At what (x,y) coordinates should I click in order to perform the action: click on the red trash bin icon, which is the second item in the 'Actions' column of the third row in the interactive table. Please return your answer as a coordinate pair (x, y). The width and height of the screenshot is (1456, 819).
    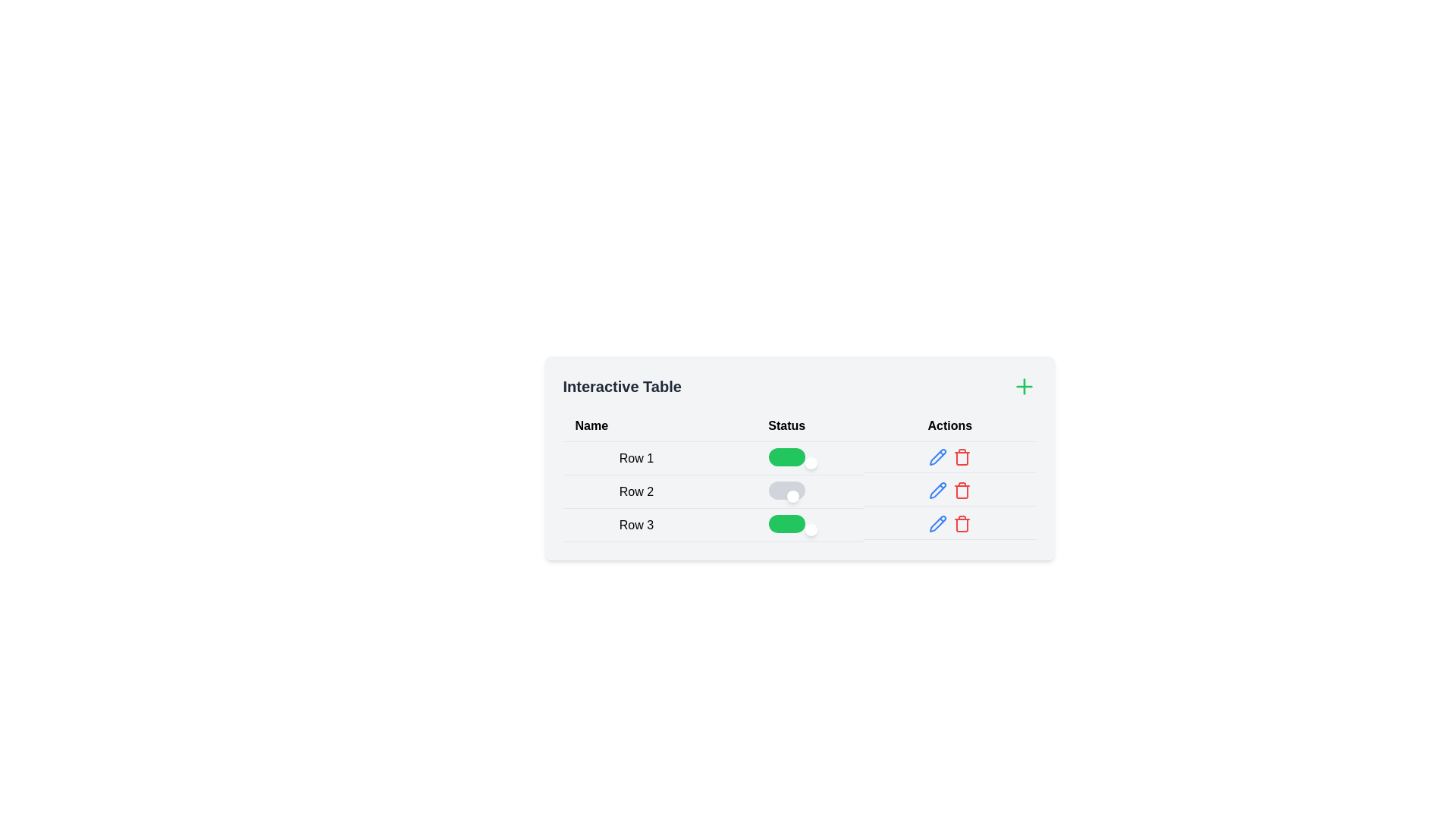
    Looking at the image, I should click on (961, 490).